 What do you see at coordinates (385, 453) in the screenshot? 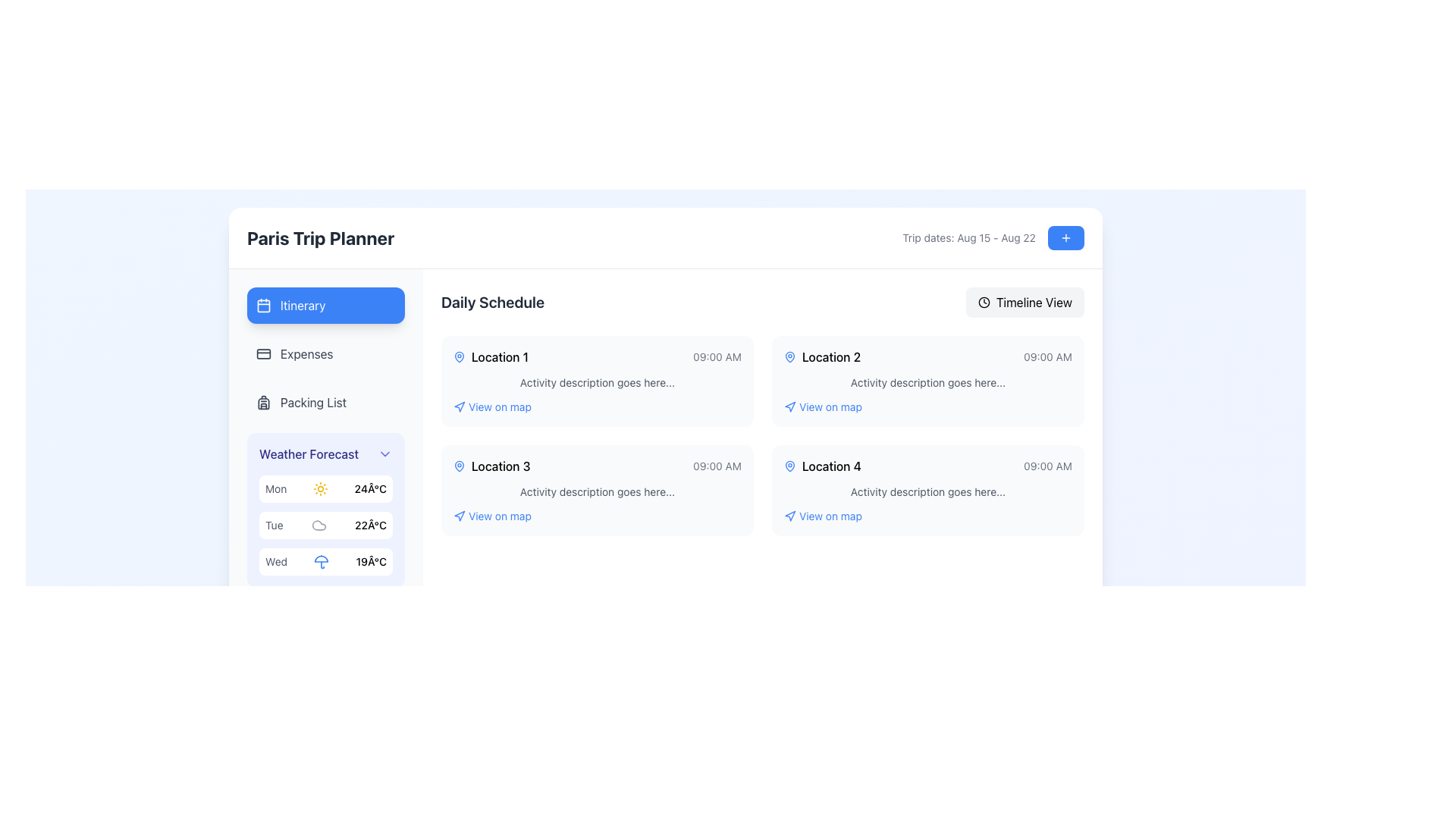
I see `the Icon button located at the far-right of the 'Weather Forecast' section header, adjacent to the text 'Weather Forecast', to observe potential UI feedback` at bounding box center [385, 453].